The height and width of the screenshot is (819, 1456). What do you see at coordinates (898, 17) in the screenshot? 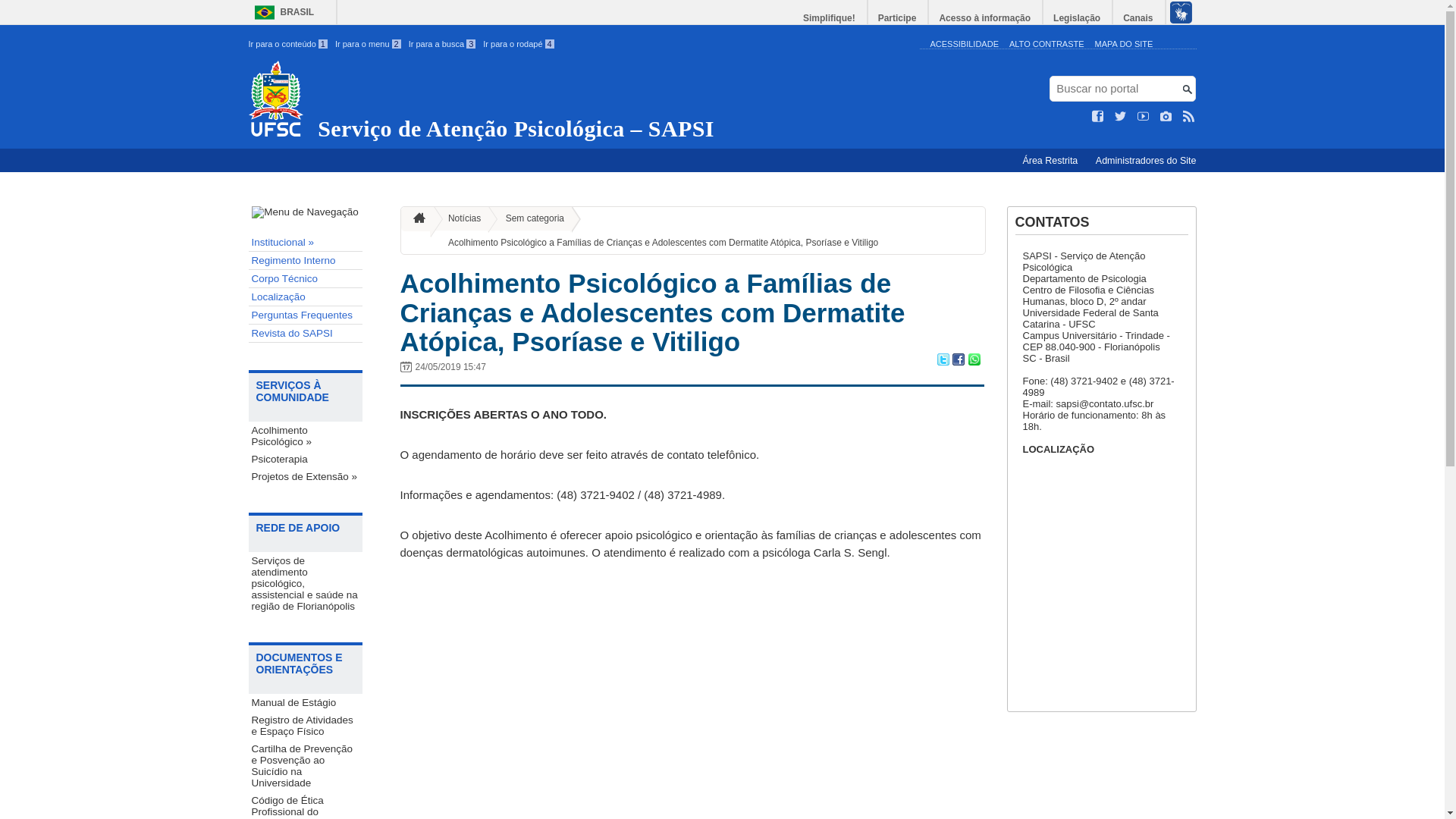
I see `'Participe'` at bounding box center [898, 17].